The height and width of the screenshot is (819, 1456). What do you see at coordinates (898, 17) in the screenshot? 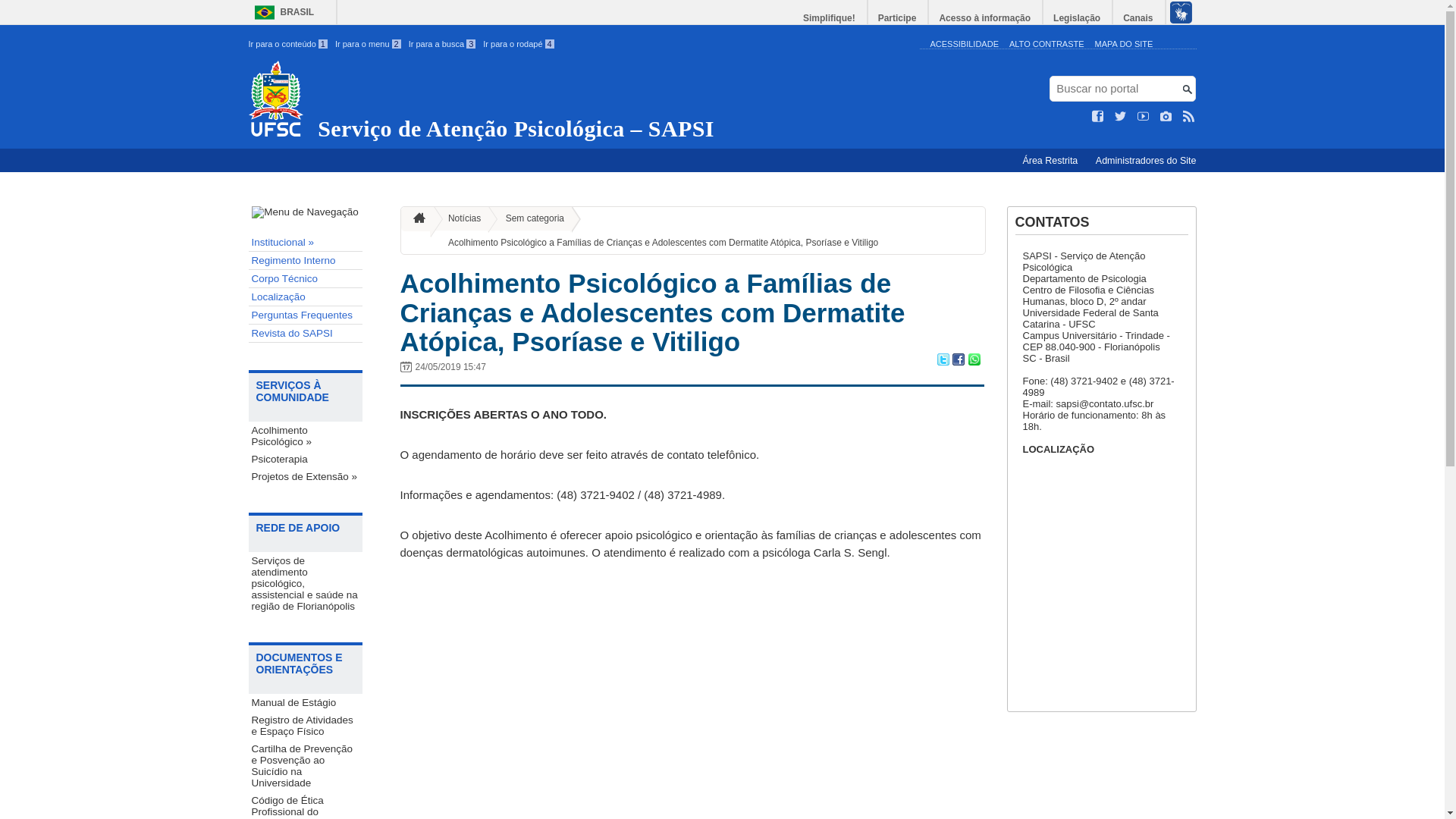
I see `'Participe'` at bounding box center [898, 17].